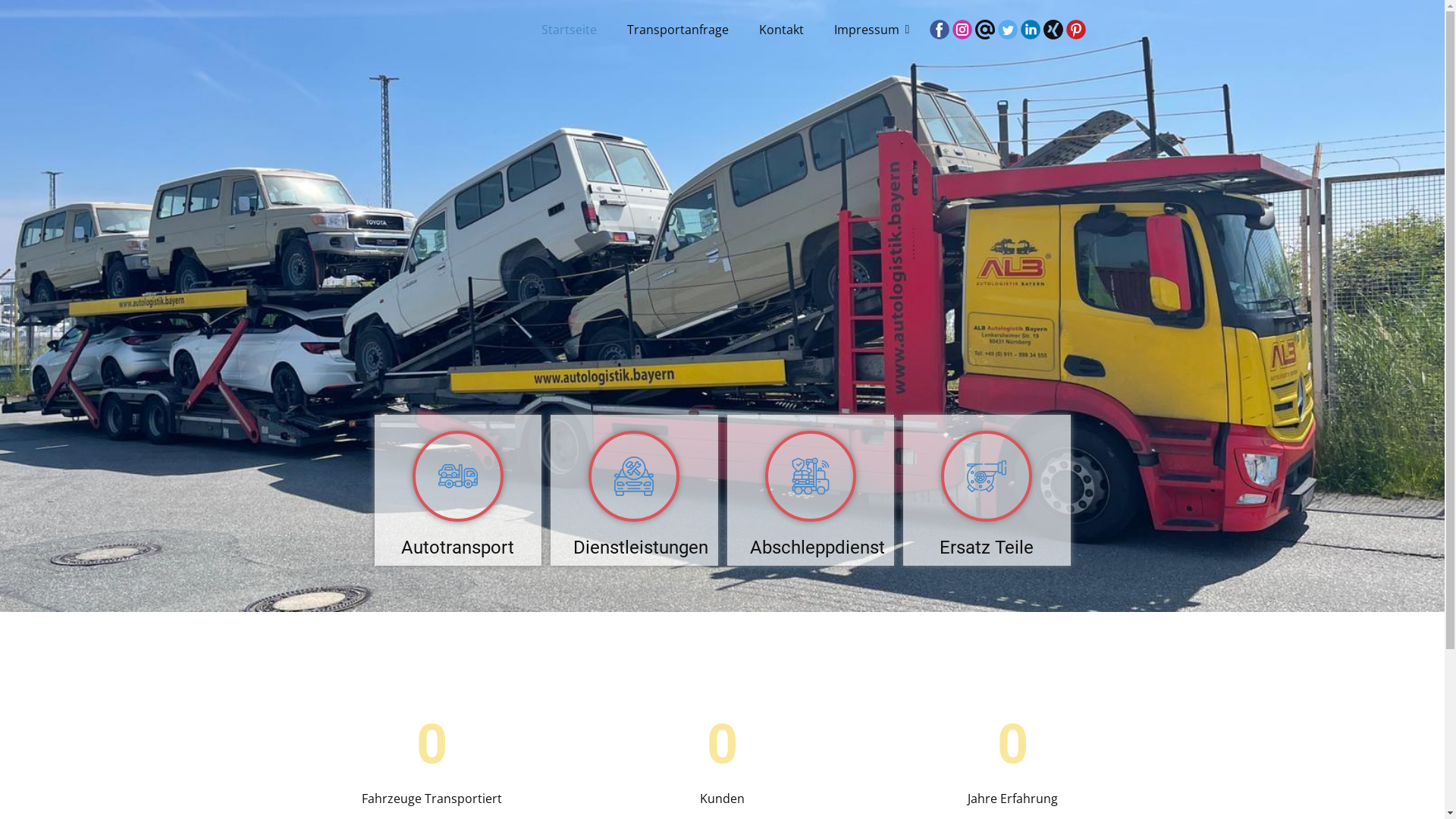 The height and width of the screenshot is (819, 1456). Describe the element at coordinates (1030, 29) in the screenshot. I see `'LinkedIn'` at that location.